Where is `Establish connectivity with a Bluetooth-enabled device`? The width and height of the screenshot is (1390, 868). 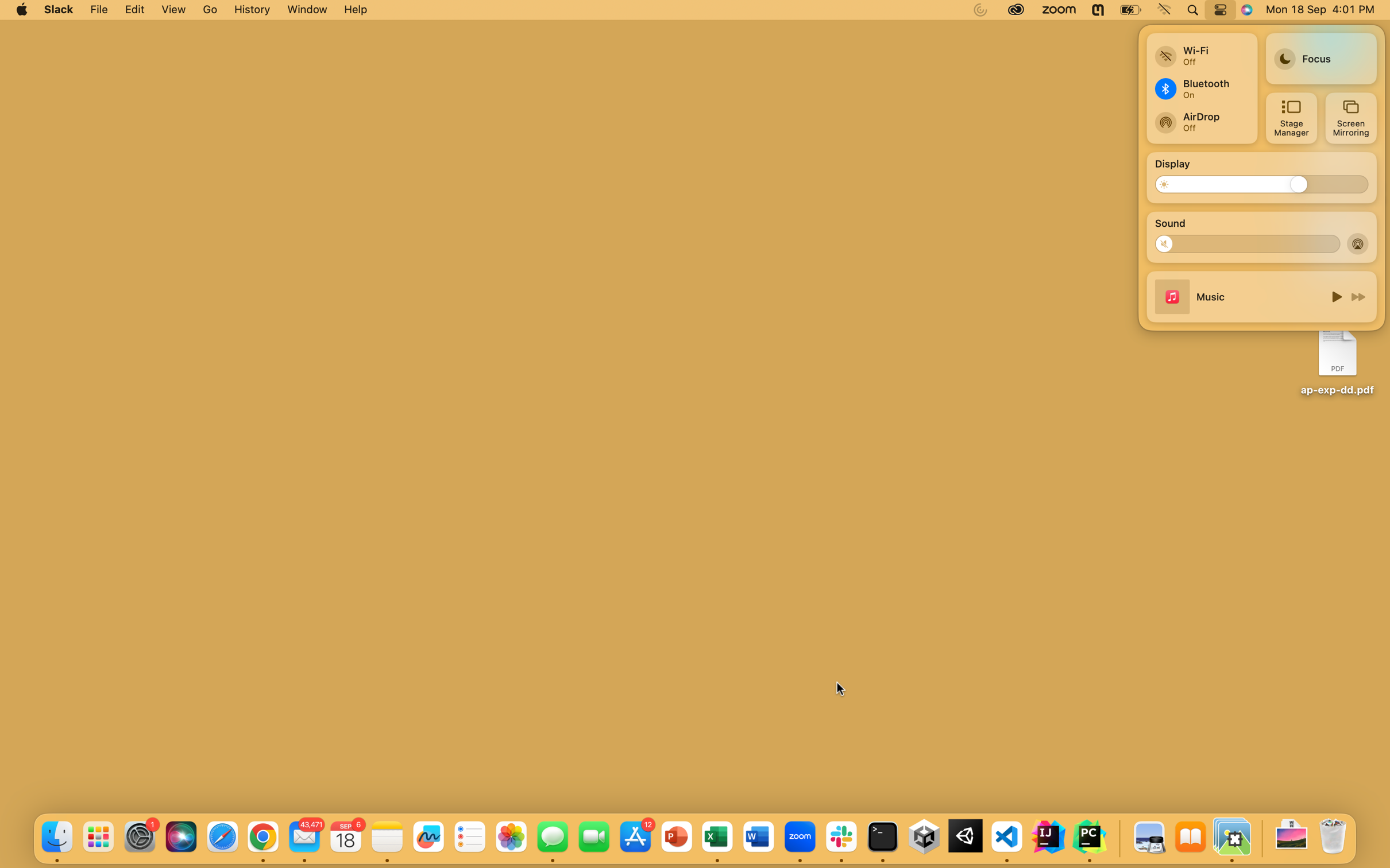 Establish connectivity with a Bluetooth-enabled device is located at coordinates (1200, 88).